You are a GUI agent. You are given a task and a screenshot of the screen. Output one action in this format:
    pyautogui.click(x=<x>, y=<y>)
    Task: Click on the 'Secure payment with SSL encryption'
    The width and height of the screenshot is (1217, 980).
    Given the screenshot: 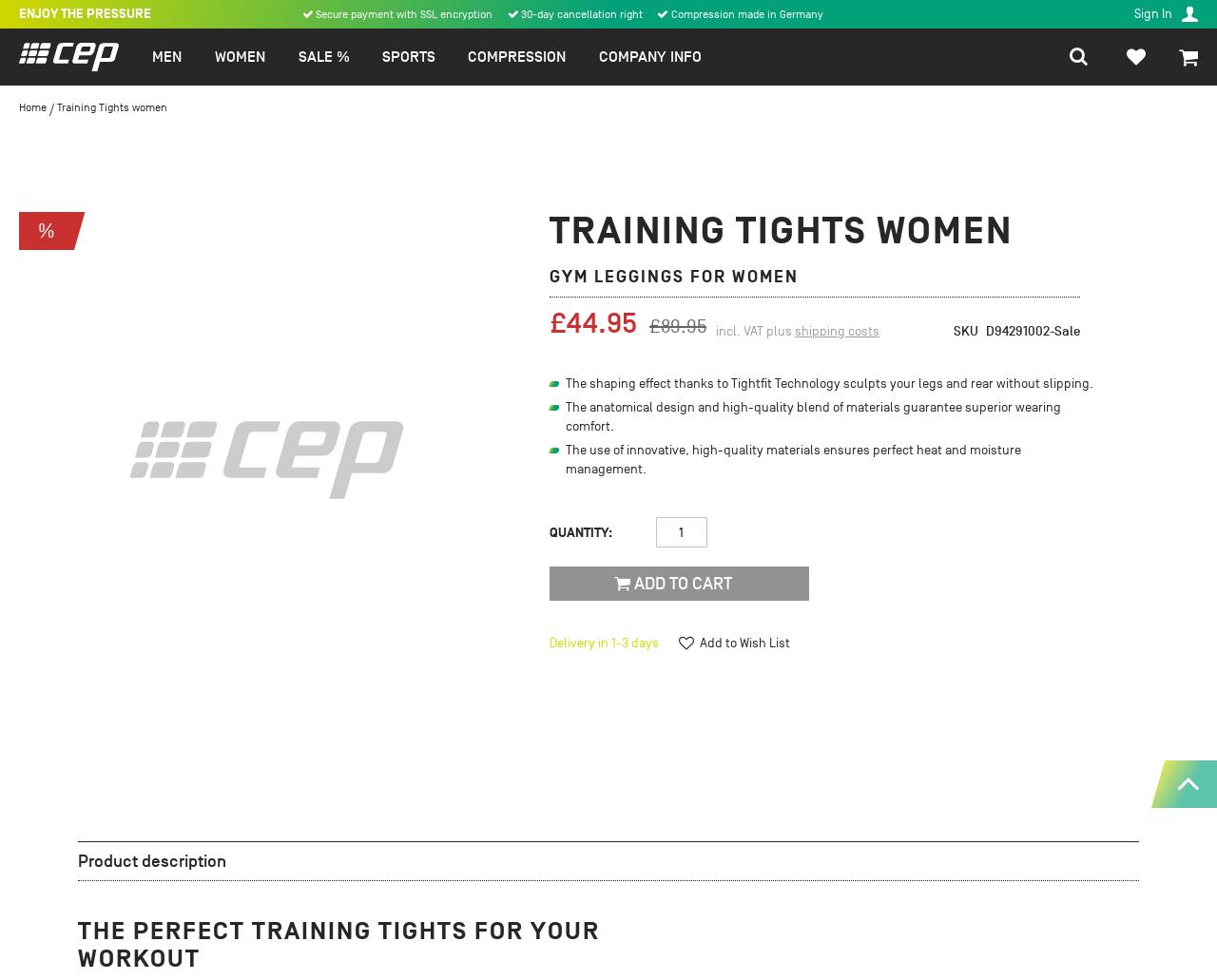 What is the action you would take?
    pyautogui.click(x=402, y=13)
    